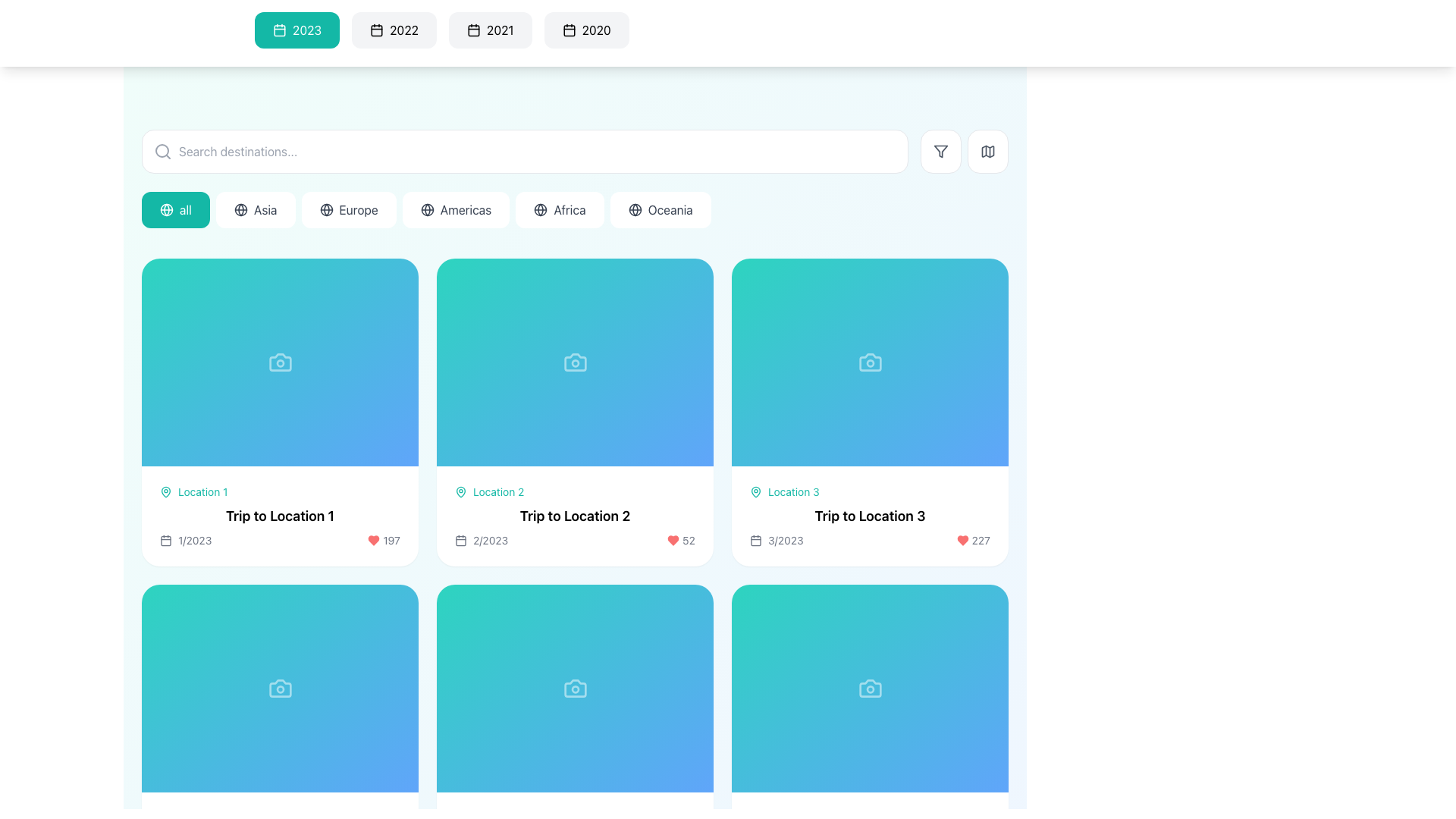 The width and height of the screenshot is (1456, 819). What do you see at coordinates (559, 210) in the screenshot?
I see `the pill-shaped button labeled 'Africa' with a globe icon, positioned as the fifth button from the left in a horizontally scrollable list of options` at bounding box center [559, 210].